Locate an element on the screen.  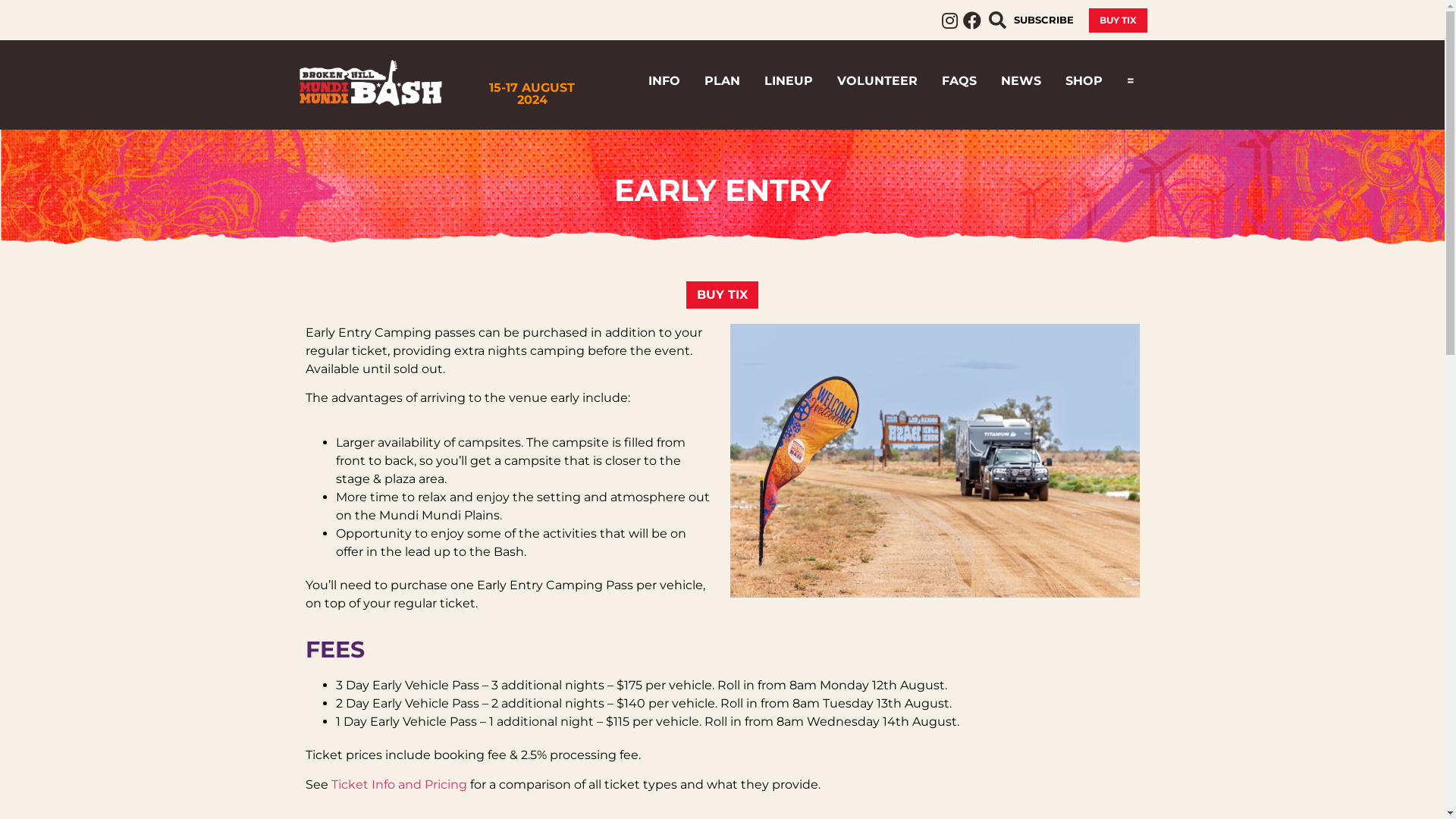
'SHOP' is located at coordinates (1083, 81).